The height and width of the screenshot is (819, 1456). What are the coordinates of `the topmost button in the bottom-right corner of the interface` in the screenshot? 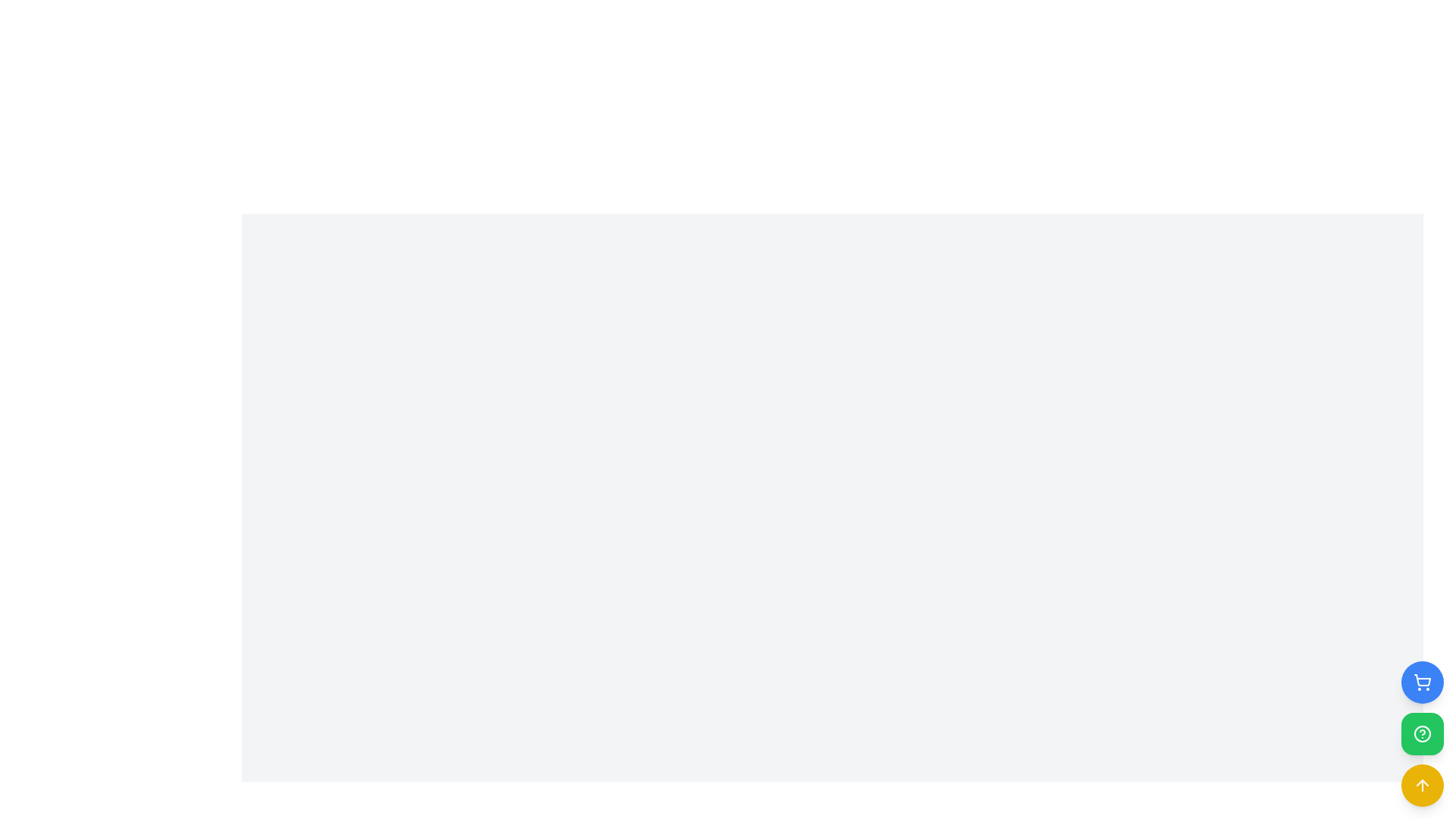 It's located at (1422, 681).